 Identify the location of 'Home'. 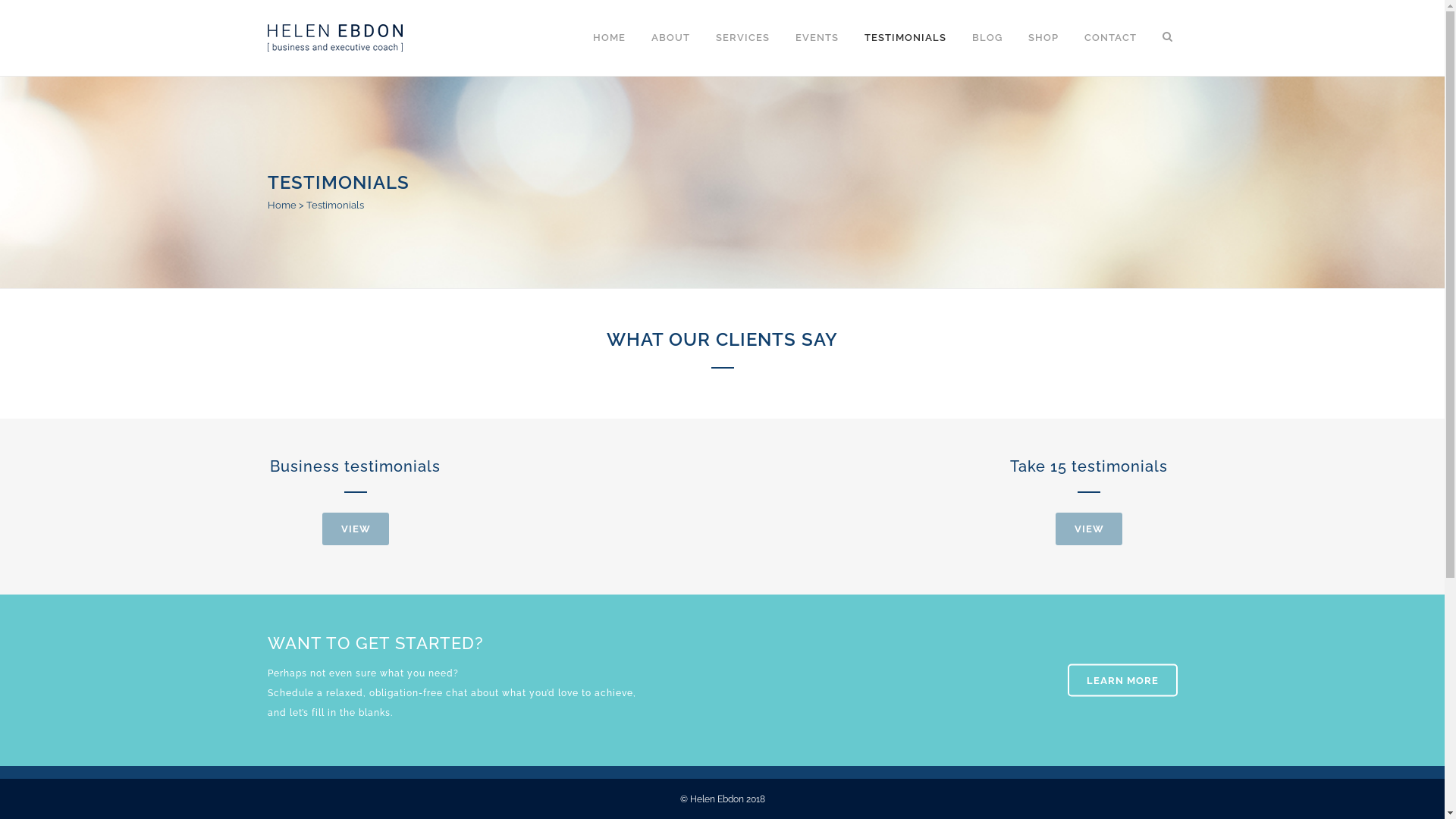
(281, 205).